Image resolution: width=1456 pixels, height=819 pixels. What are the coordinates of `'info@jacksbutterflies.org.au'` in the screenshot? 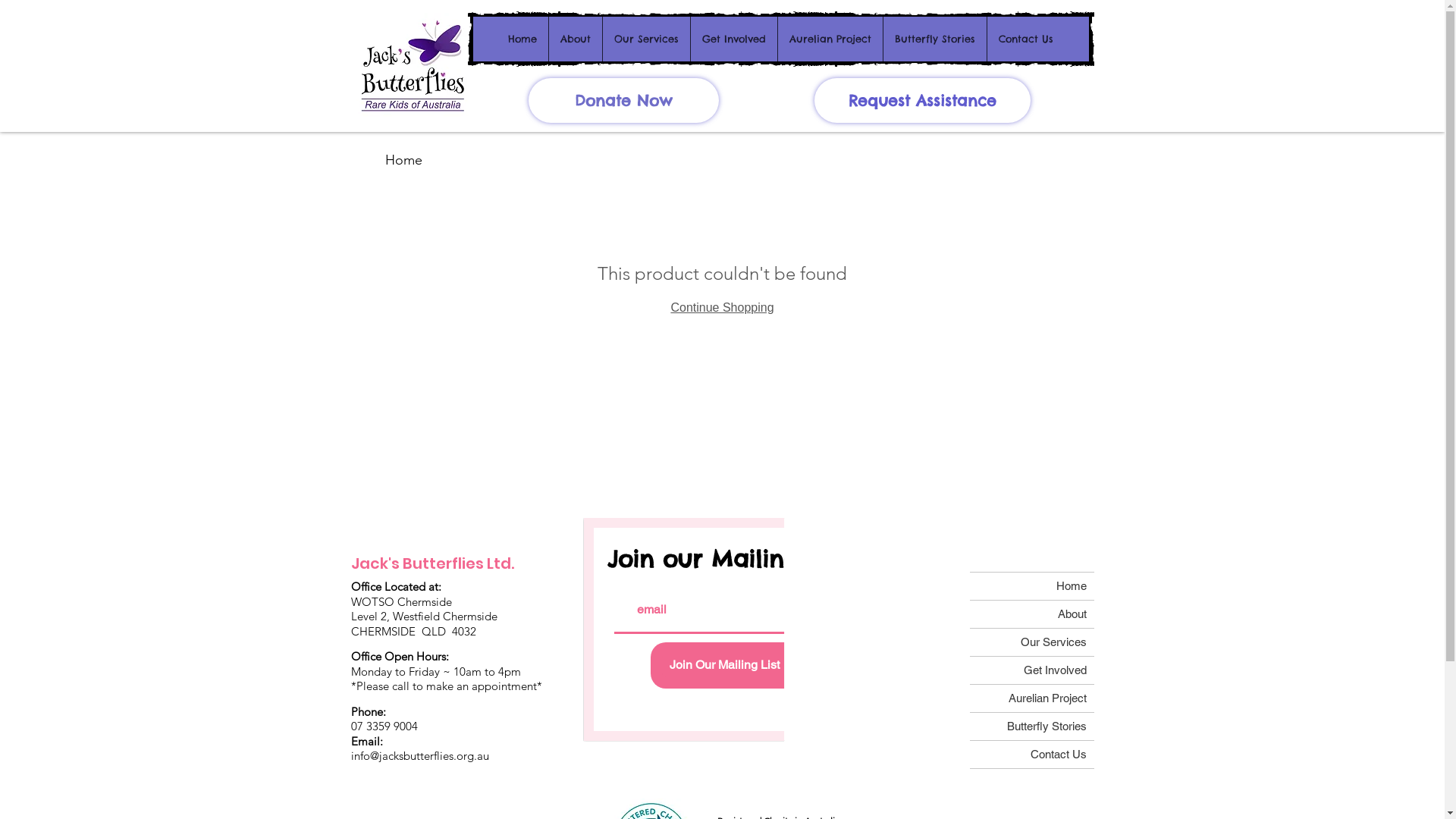 It's located at (419, 755).